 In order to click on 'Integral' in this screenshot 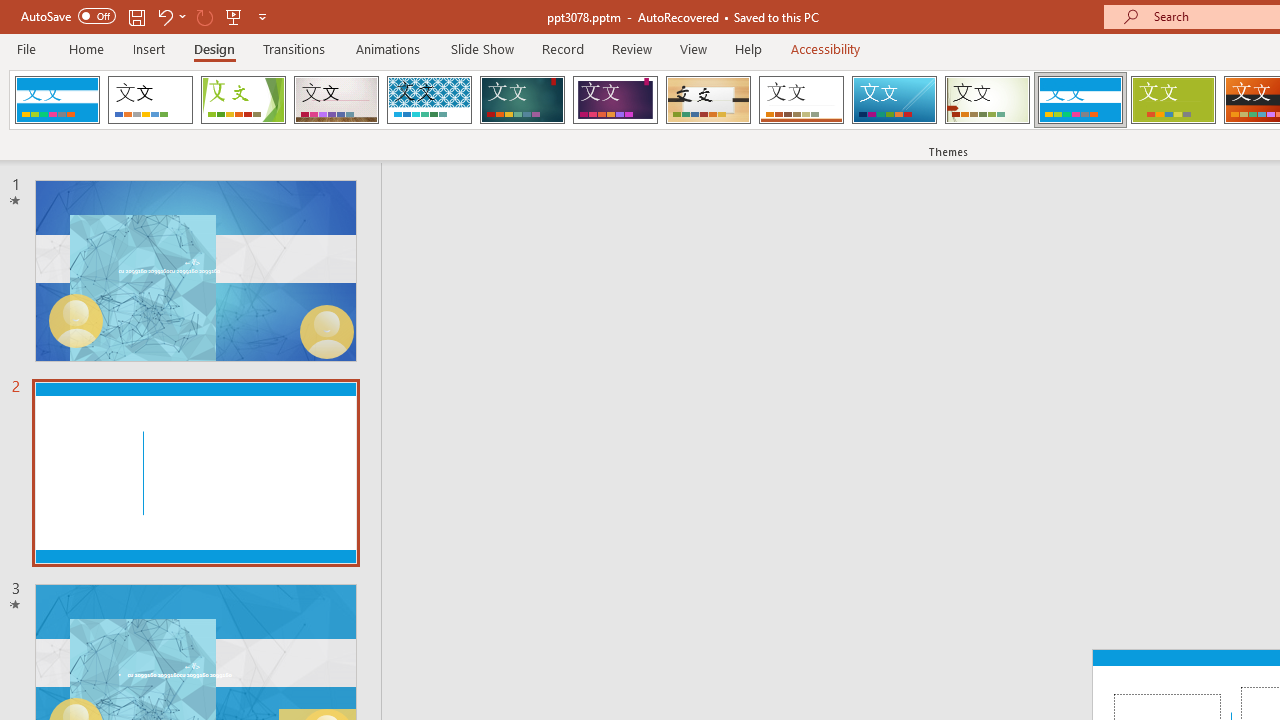, I will do `click(428, 100)`.